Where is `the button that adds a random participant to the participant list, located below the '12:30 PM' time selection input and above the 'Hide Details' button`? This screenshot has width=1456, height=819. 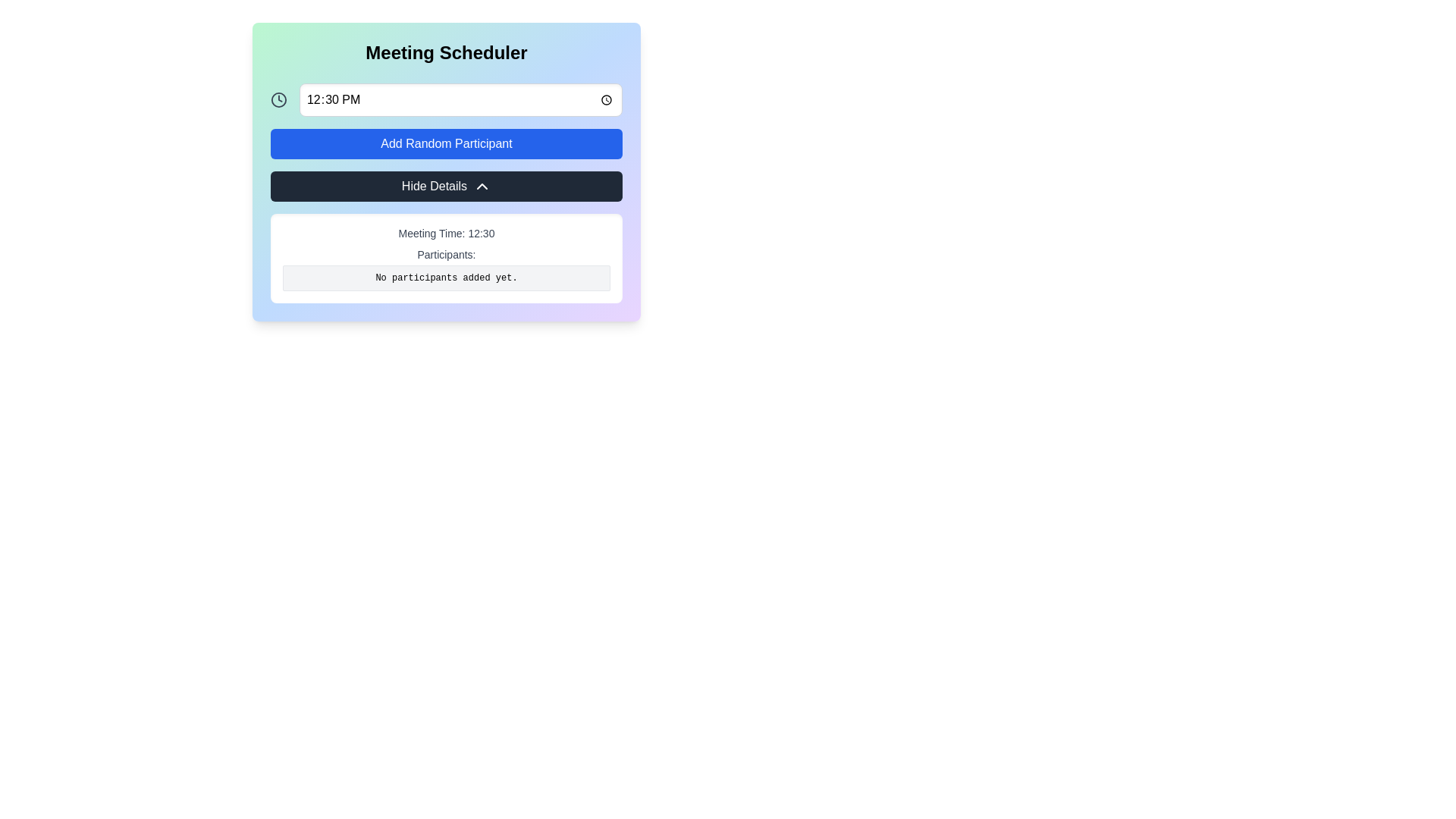
the button that adds a random participant to the participant list, located below the '12:30 PM' time selection input and above the 'Hide Details' button is located at coordinates (446, 143).